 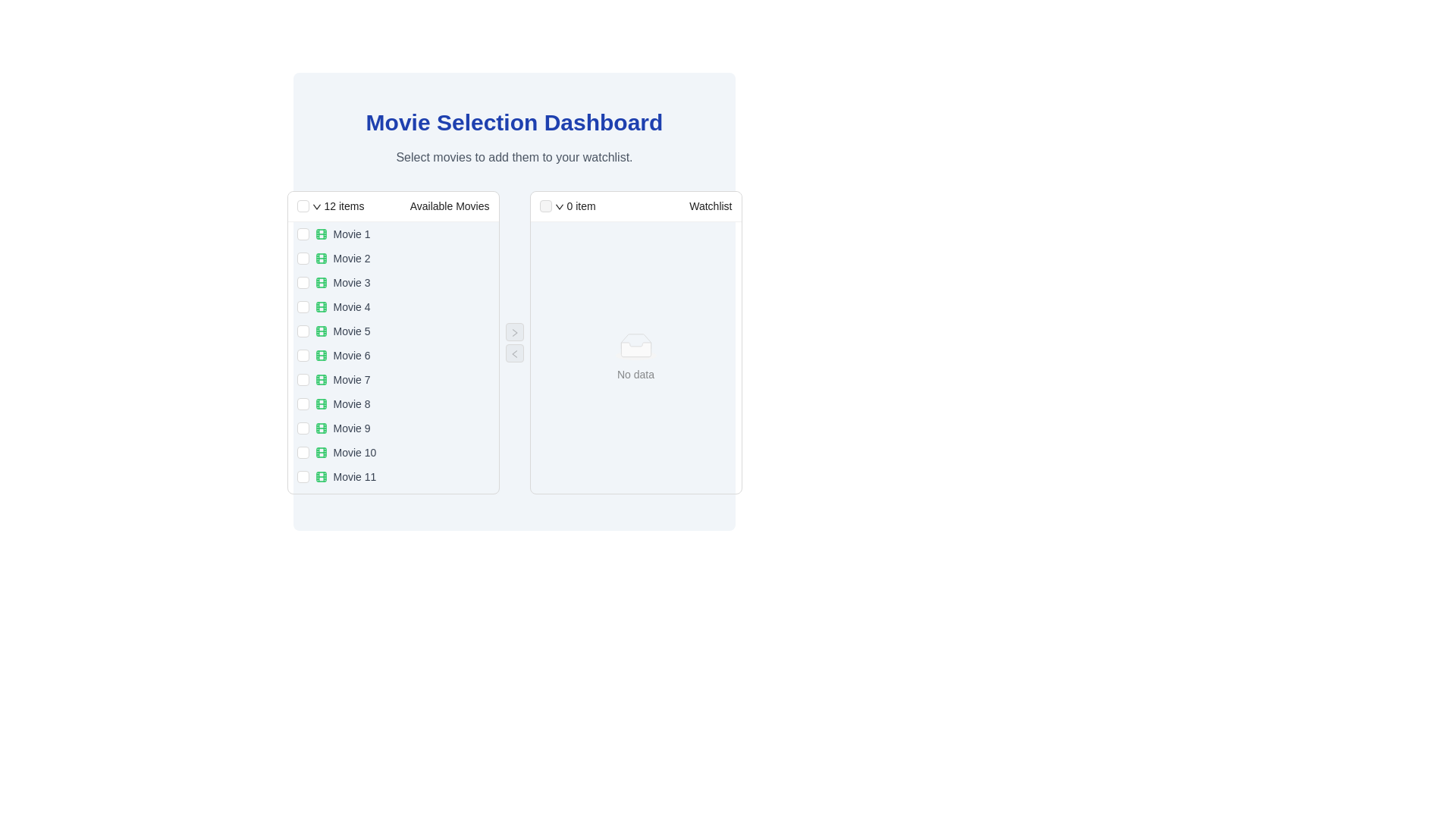 I want to click on the movie item titled 'Movie 6' in the available movies list by clicking on its text label, so click(x=351, y=356).